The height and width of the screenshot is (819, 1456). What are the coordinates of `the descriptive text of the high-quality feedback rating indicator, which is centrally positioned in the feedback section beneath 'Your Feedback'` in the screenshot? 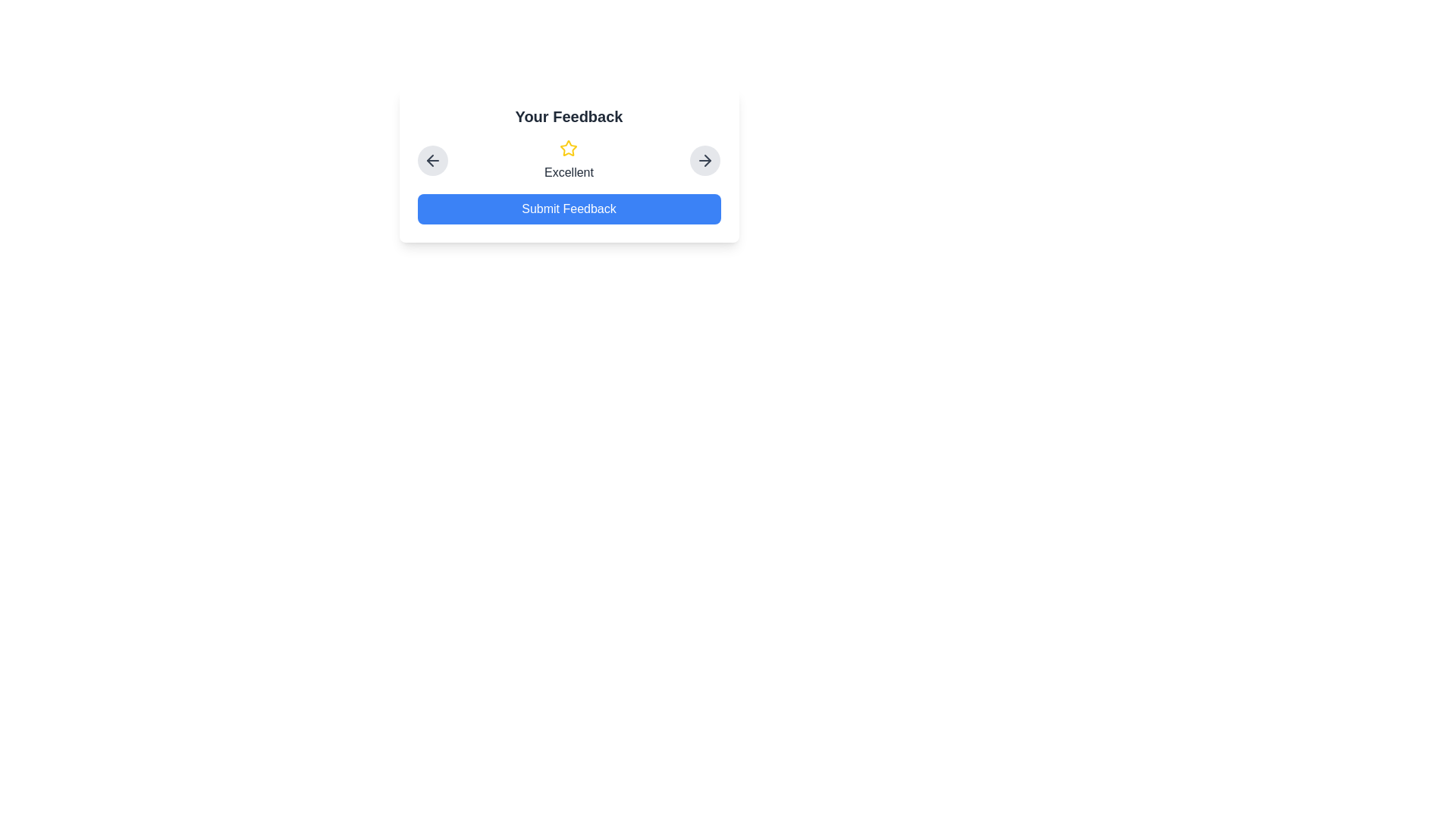 It's located at (568, 161).